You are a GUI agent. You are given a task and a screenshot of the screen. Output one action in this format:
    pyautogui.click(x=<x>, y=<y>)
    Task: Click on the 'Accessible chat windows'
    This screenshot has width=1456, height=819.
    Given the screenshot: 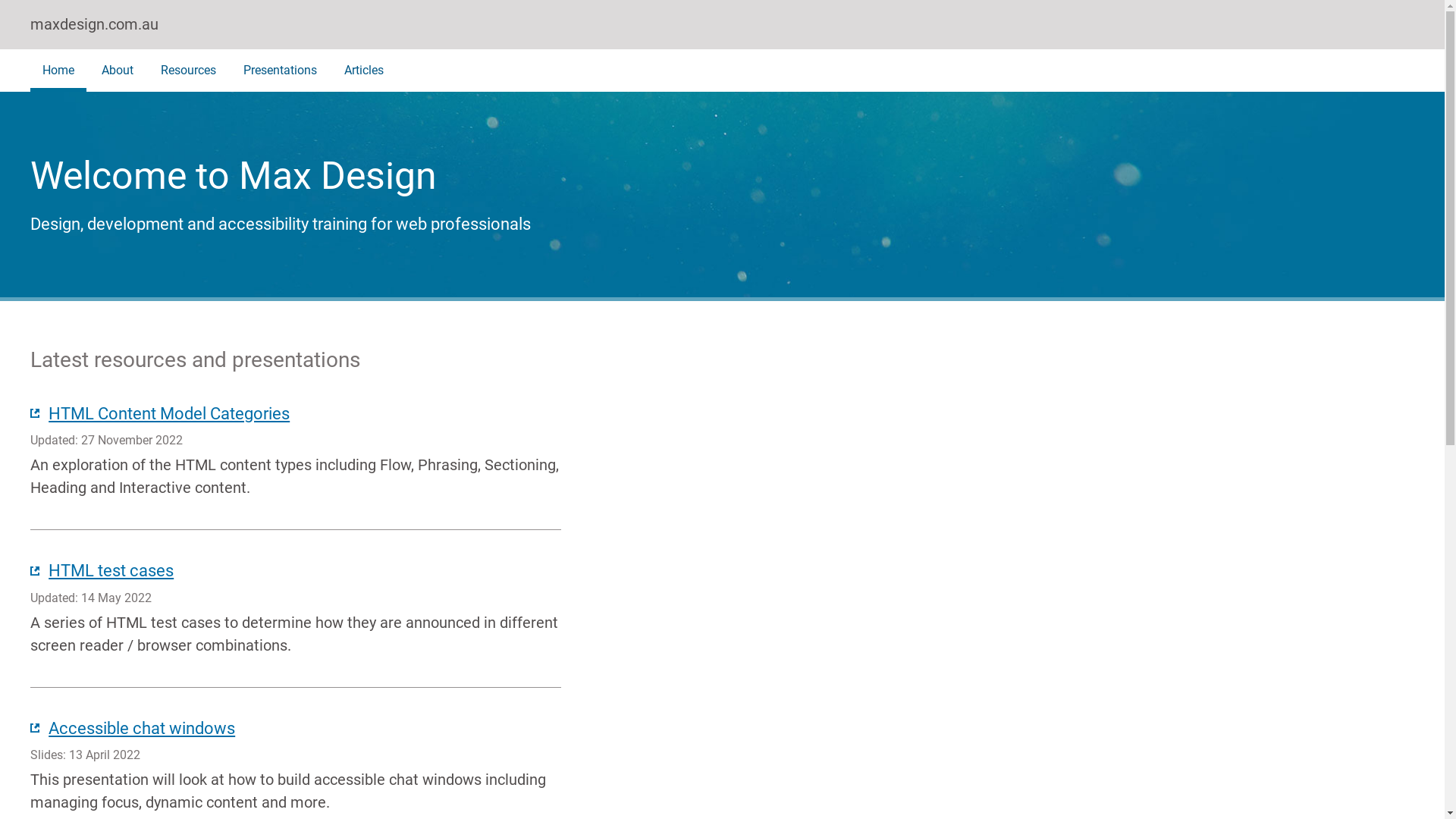 What is the action you would take?
    pyautogui.click(x=132, y=727)
    